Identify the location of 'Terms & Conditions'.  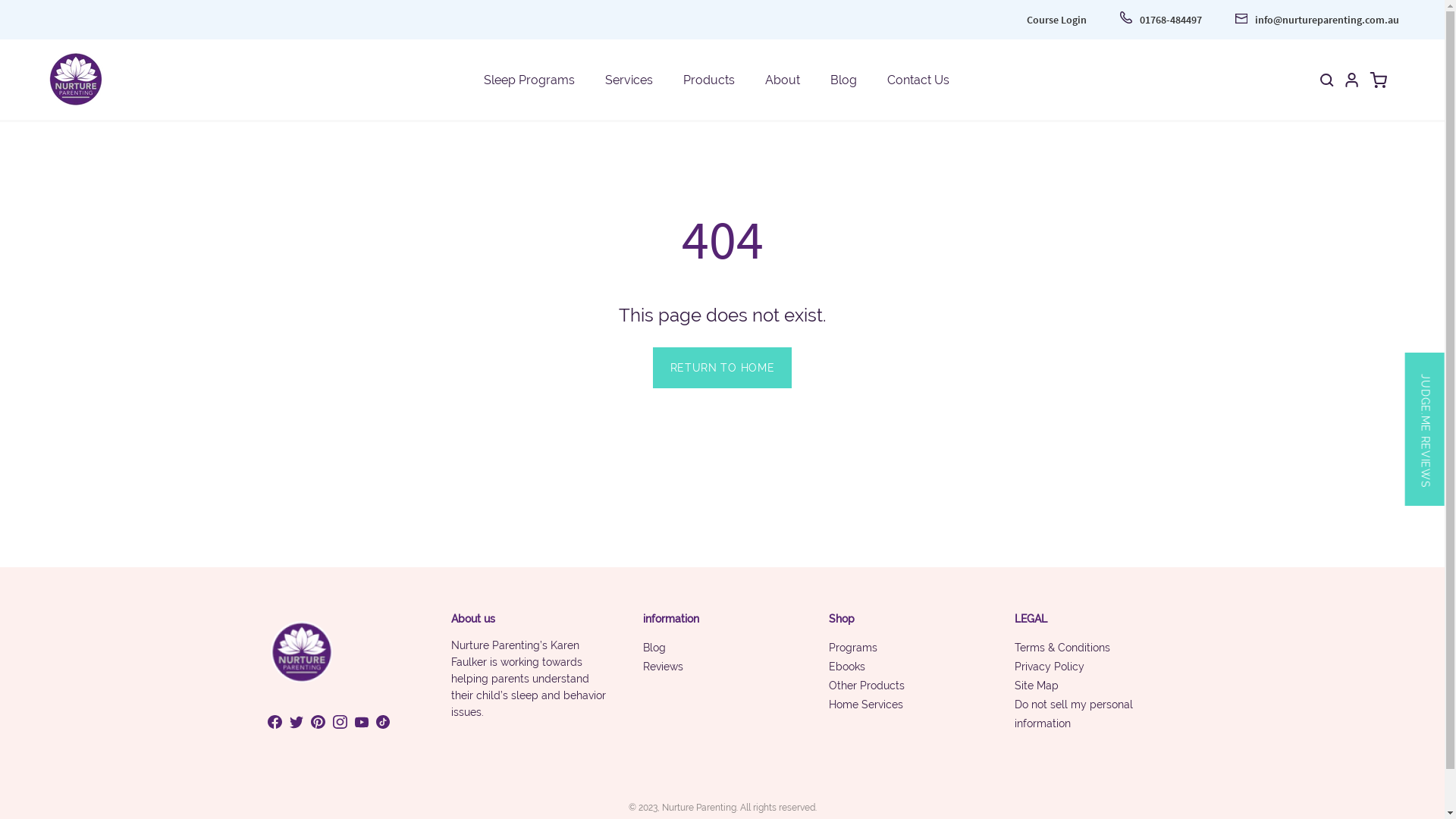
(1015, 647).